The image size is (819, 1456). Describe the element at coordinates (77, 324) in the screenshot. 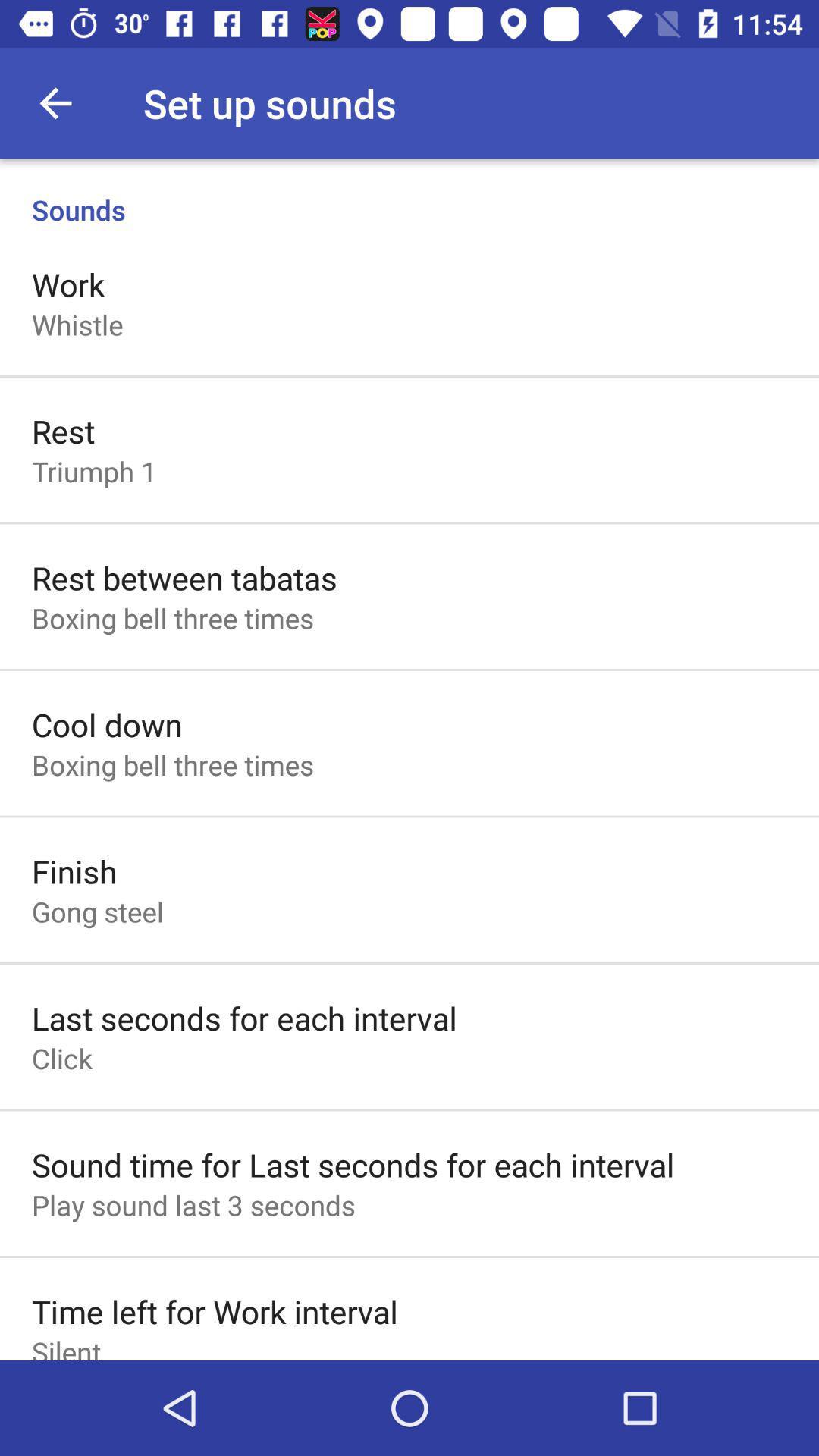

I see `the icon above rest item` at that location.